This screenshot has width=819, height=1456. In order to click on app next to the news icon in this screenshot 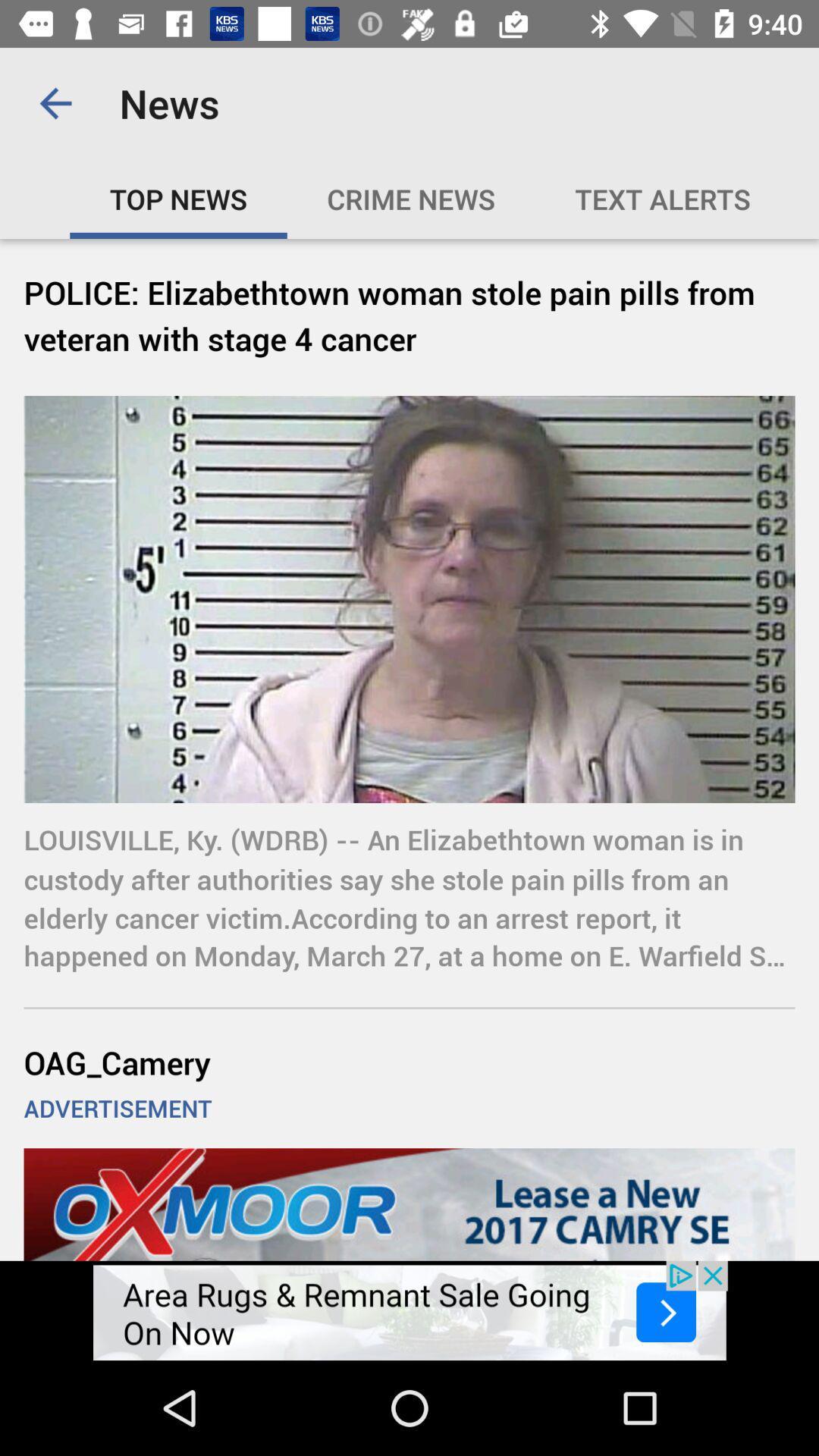, I will do `click(55, 102)`.